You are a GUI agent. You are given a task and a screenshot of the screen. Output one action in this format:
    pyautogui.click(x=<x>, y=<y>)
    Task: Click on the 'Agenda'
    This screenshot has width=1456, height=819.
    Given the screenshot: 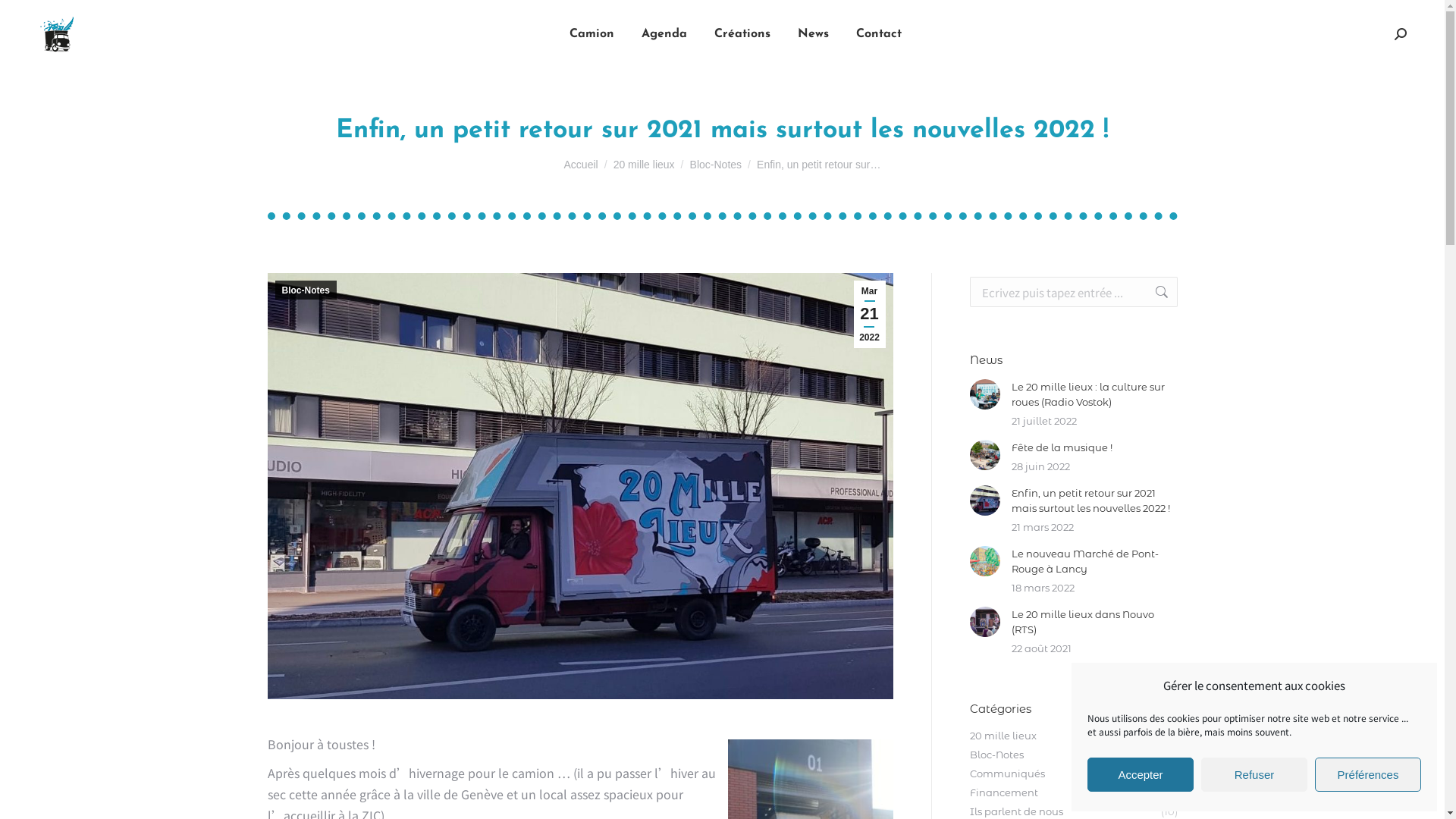 What is the action you would take?
    pyautogui.click(x=664, y=34)
    